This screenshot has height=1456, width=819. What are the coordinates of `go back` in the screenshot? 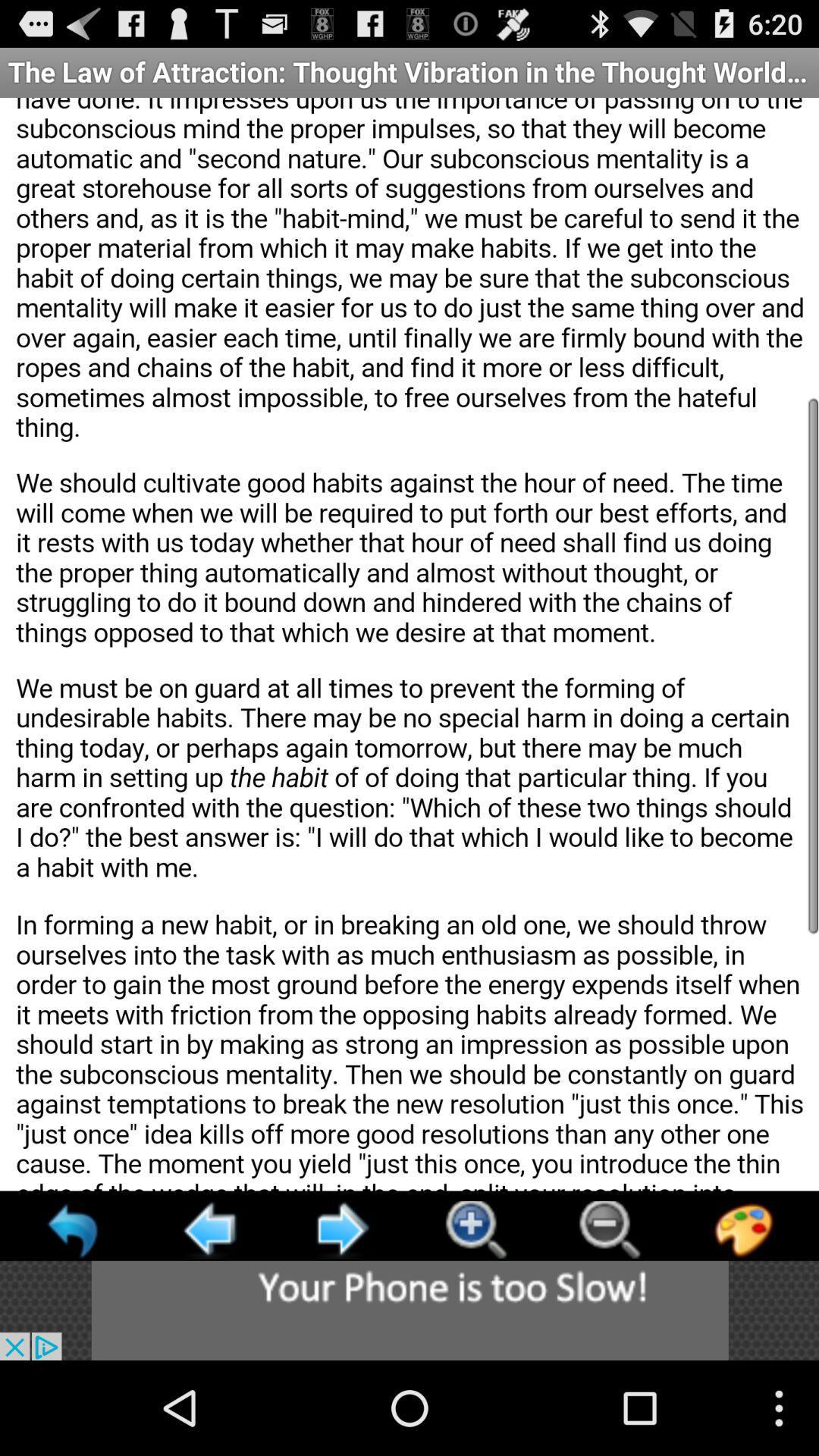 It's located at (208, 1229).